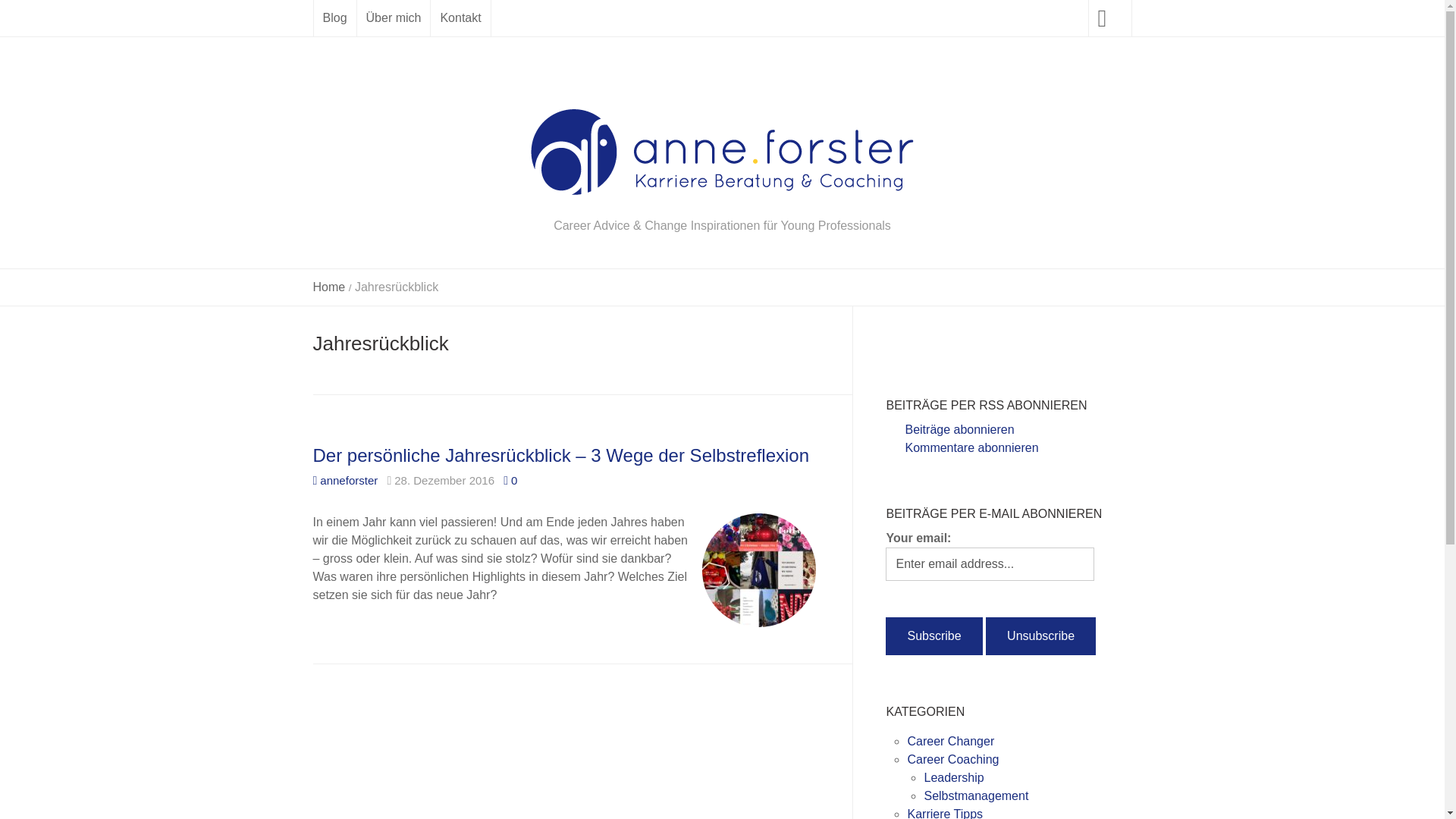 Image resolution: width=1456 pixels, height=819 pixels. What do you see at coordinates (328, 287) in the screenshot?
I see `'Home'` at bounding box center [328, 287].